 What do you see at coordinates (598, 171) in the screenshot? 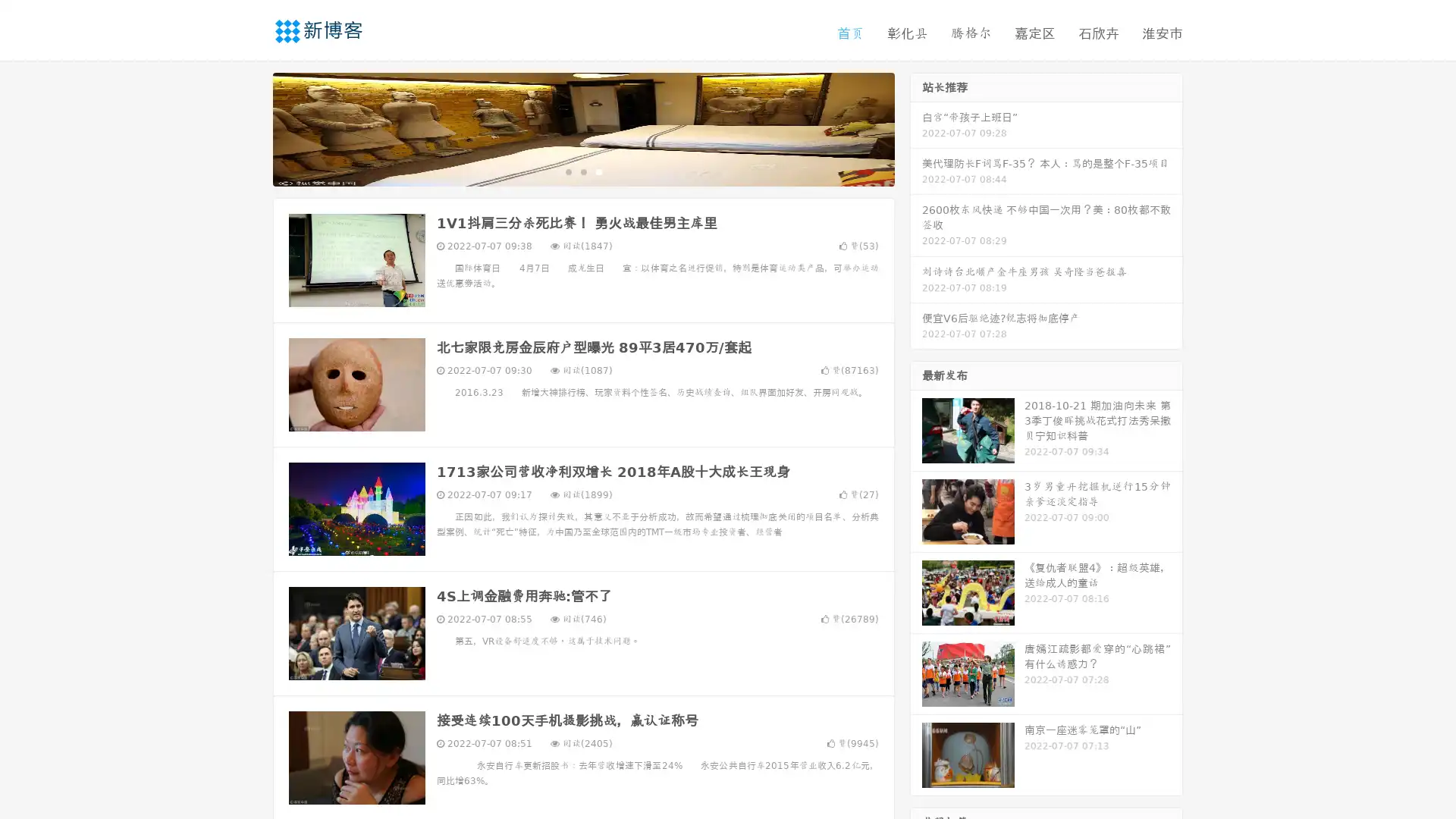
I see `Go to slide 3` at bounding box center [598, 171].